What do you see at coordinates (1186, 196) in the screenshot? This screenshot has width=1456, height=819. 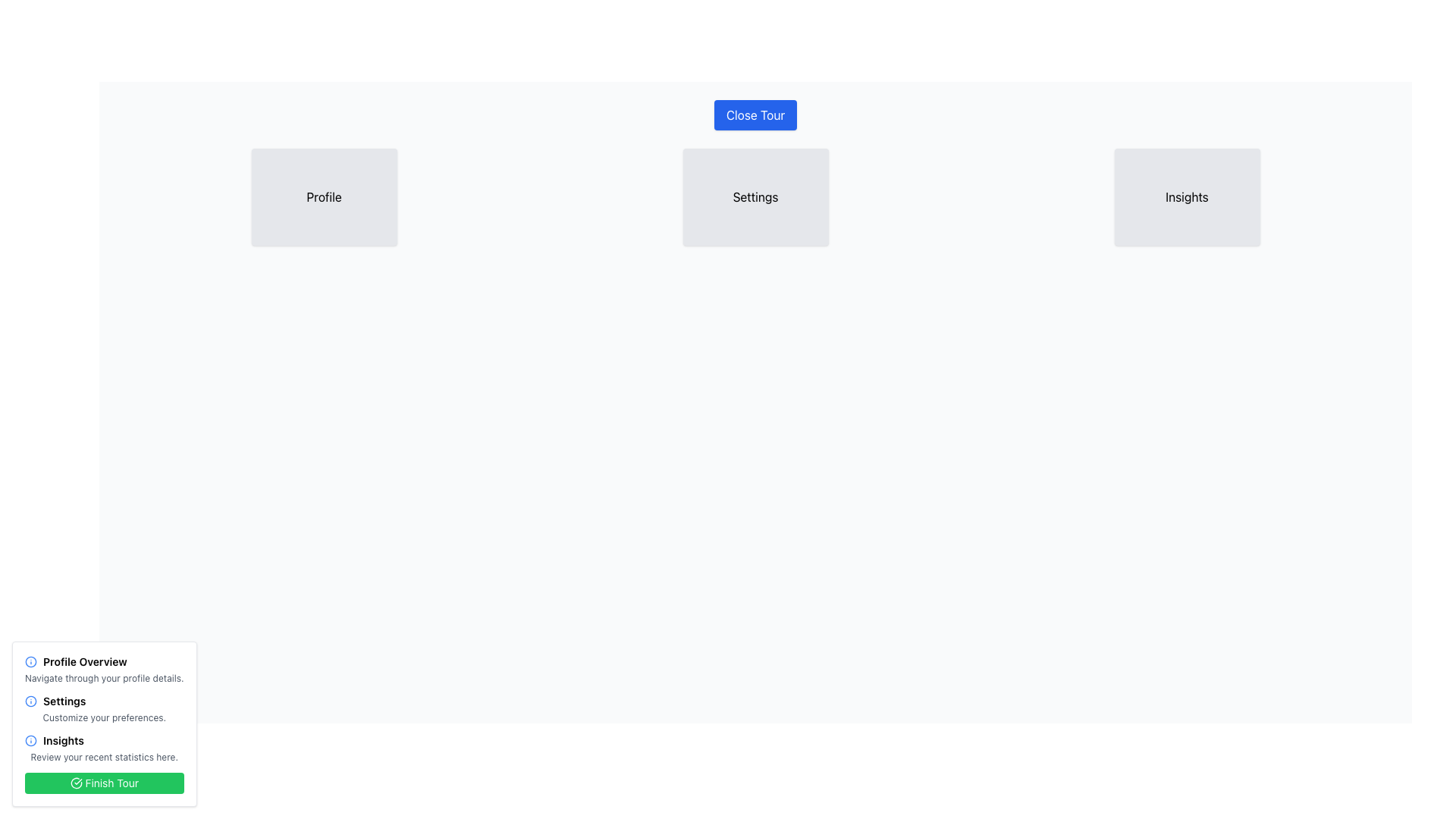 I see `the 'Insights' button, which is the rightmost of three panels labeled 'Profile', 'Settings', and 'Insights'` at bounding box center [1186, 196].